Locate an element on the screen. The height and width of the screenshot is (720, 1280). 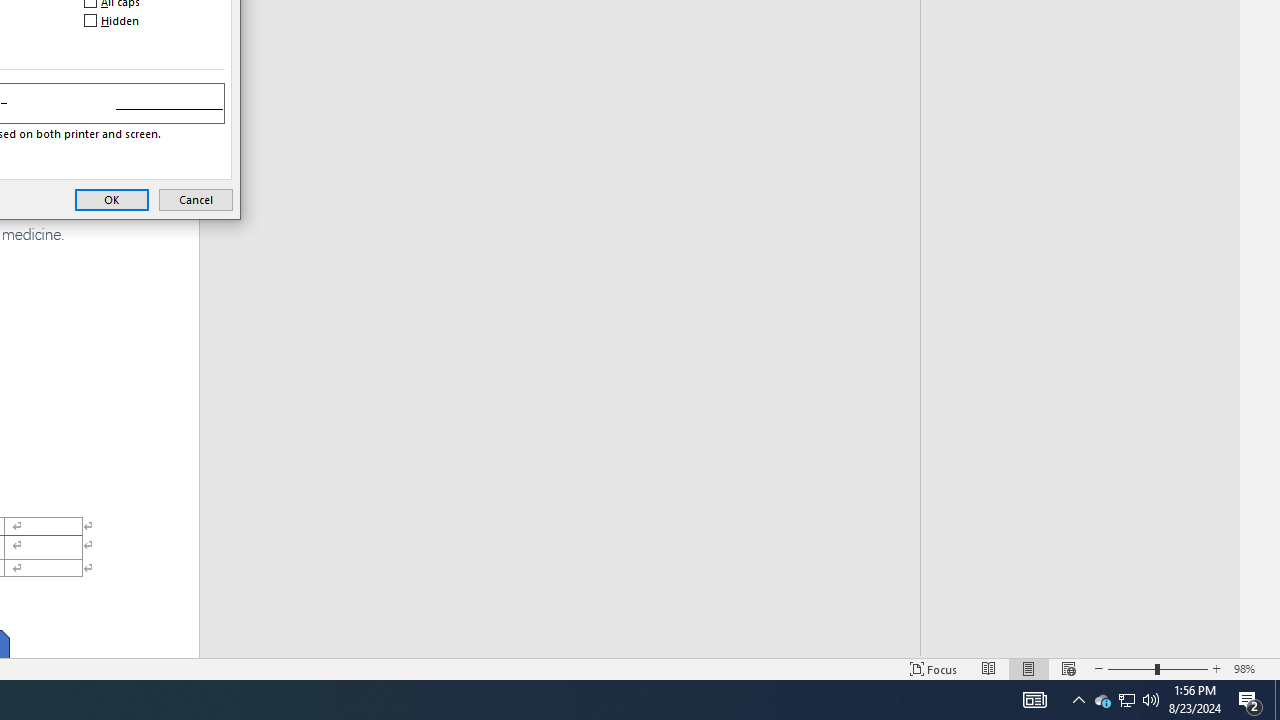
'Q2790: 100%' is located at coordinates (1151, 698).